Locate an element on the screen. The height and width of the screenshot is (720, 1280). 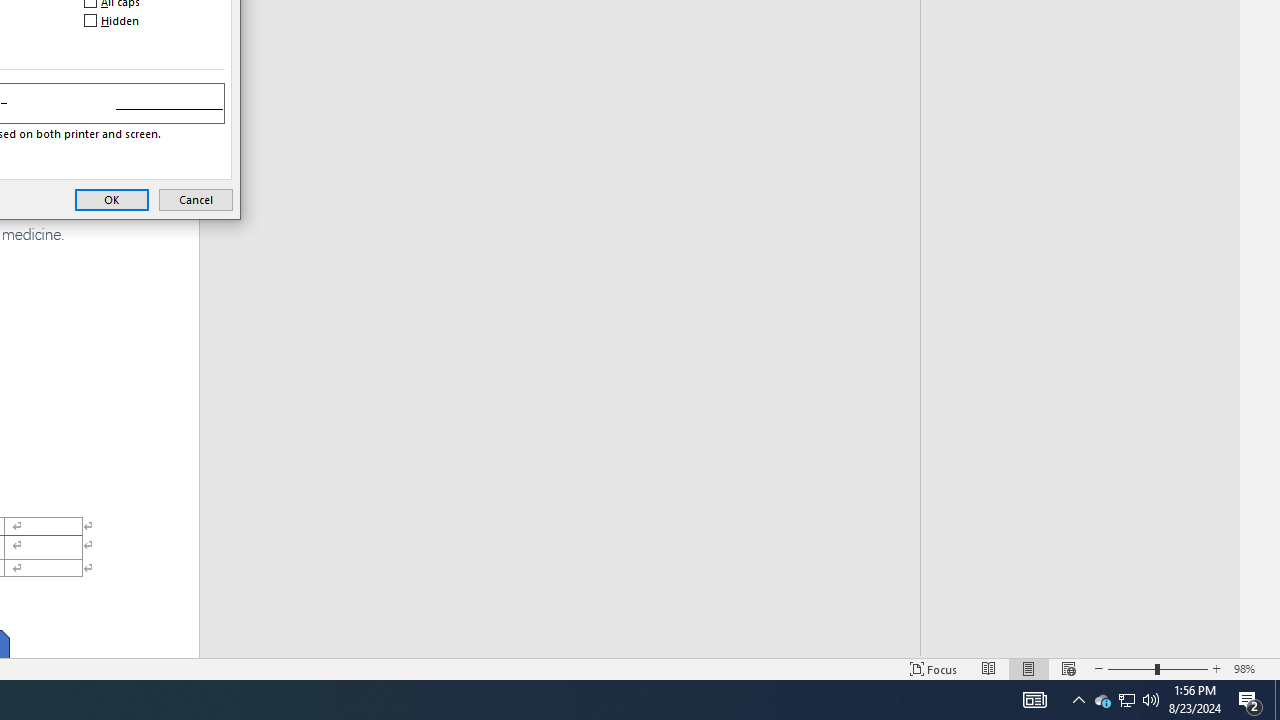
'Q2790: 100%' is located at coordinates (1151, 698).